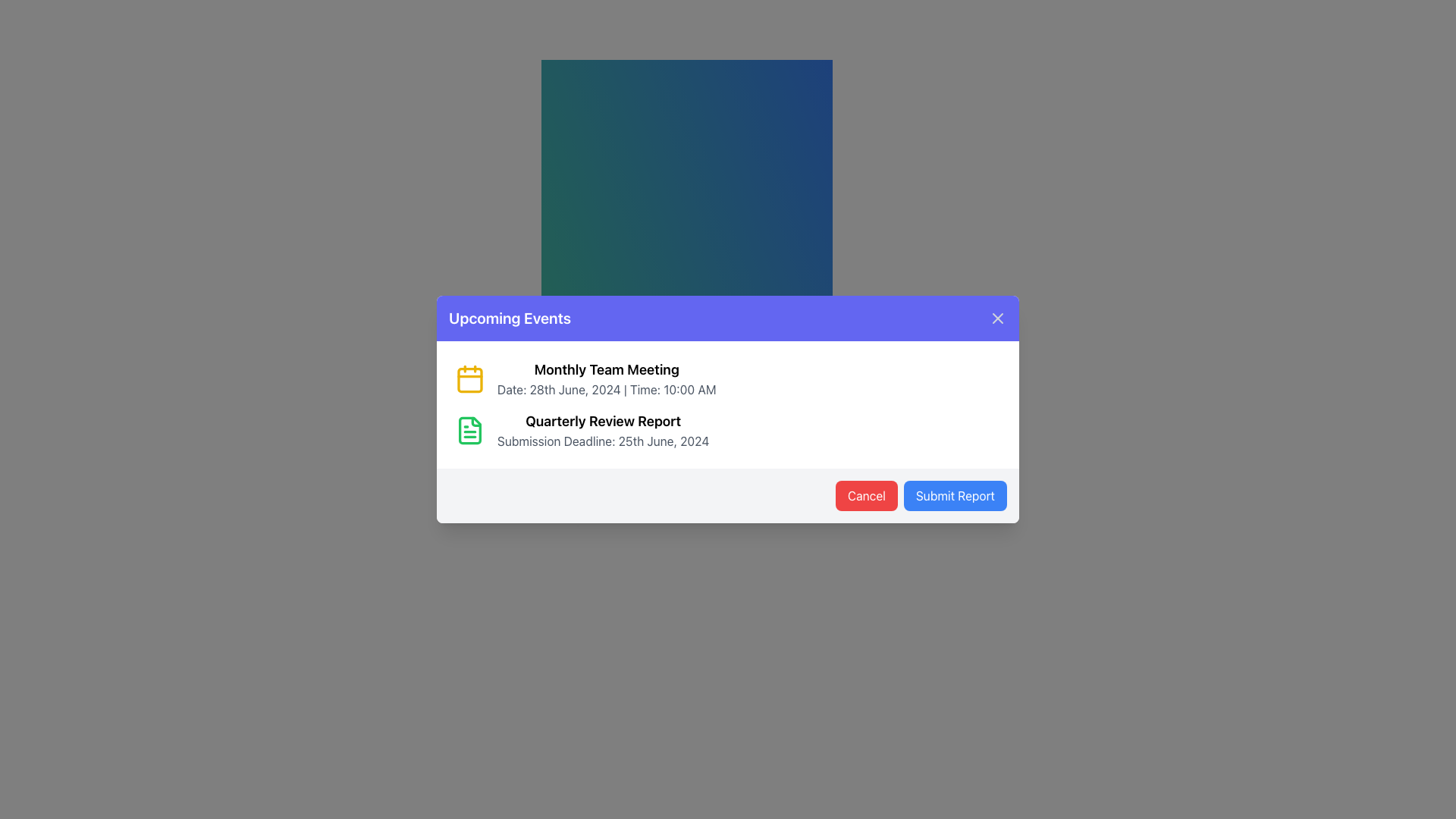 This screenshot has width=1456, height=819. What do you see at coordinates (469, 430) in the screenshot?
I see `the document icon representing the 'Quarterly Review Report' located to the left of the report text` at bounding box center [469, 430].